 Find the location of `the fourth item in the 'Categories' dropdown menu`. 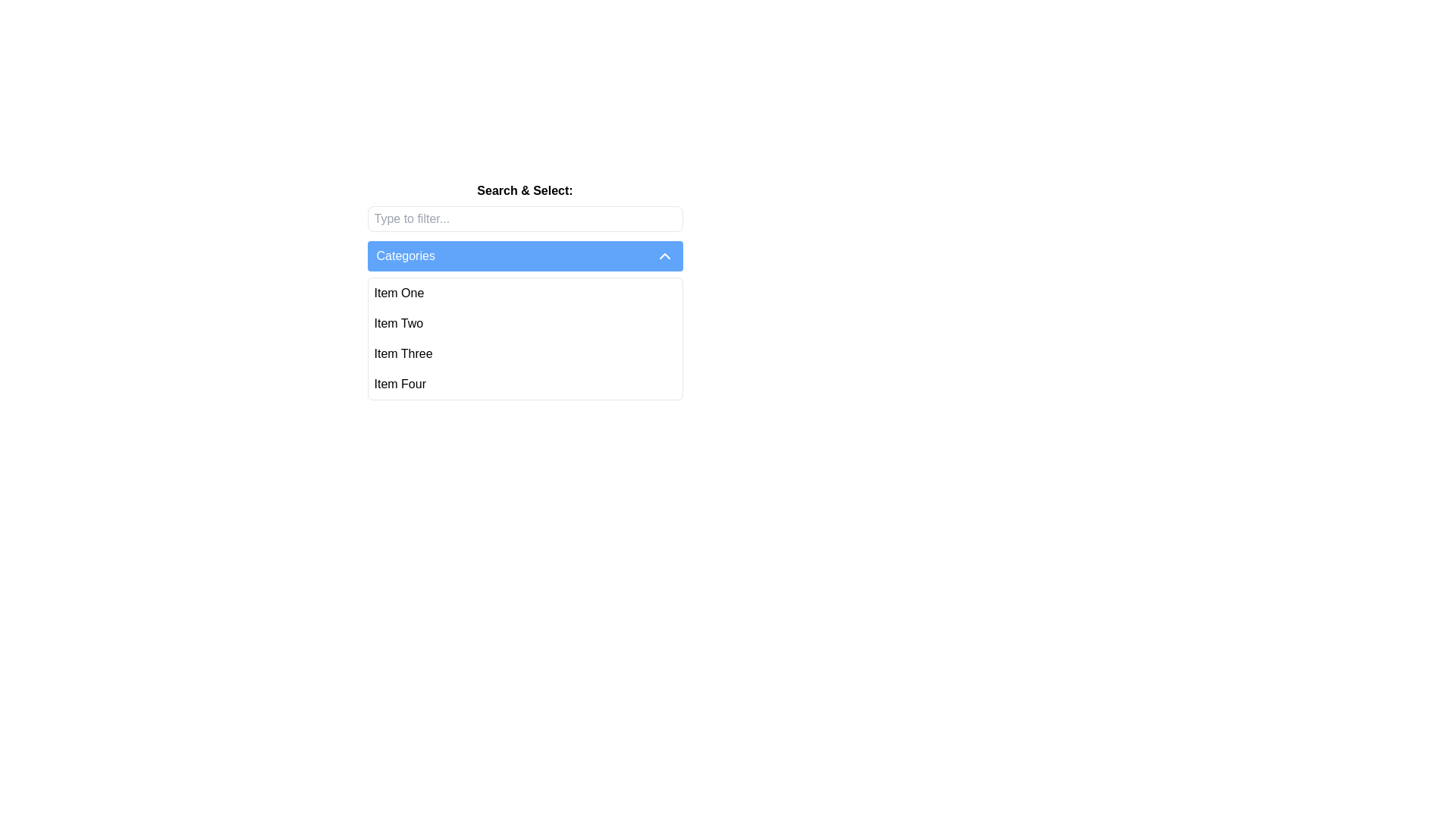

the fourth item in the 'Categories' dropdown menu is located at coordinates (400, 383).